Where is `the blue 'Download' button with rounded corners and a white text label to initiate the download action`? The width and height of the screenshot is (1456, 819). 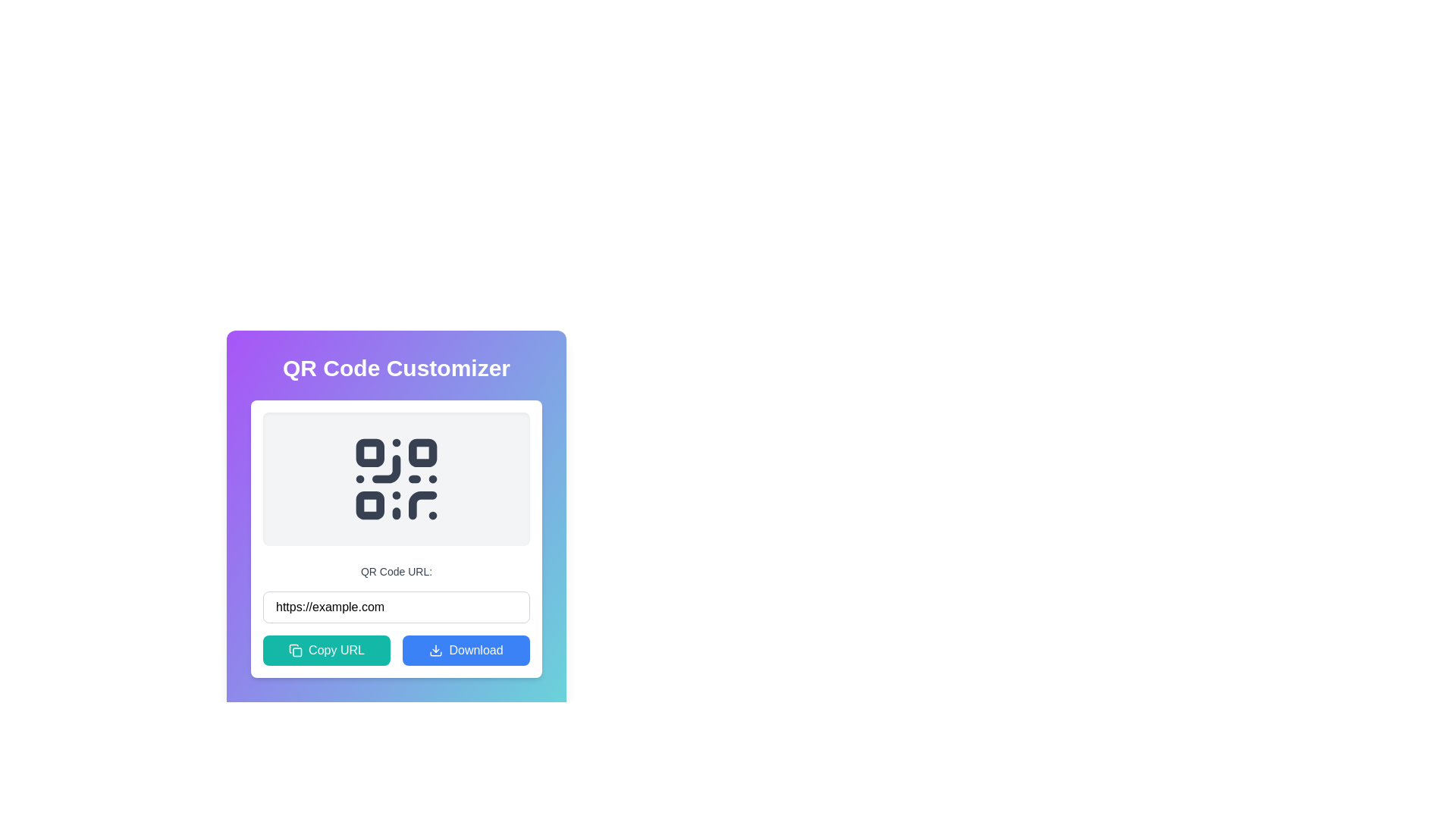 the blue 'Download' button with rounded corners and a white text label to initiate the download action is located at coordinates (465, 649).